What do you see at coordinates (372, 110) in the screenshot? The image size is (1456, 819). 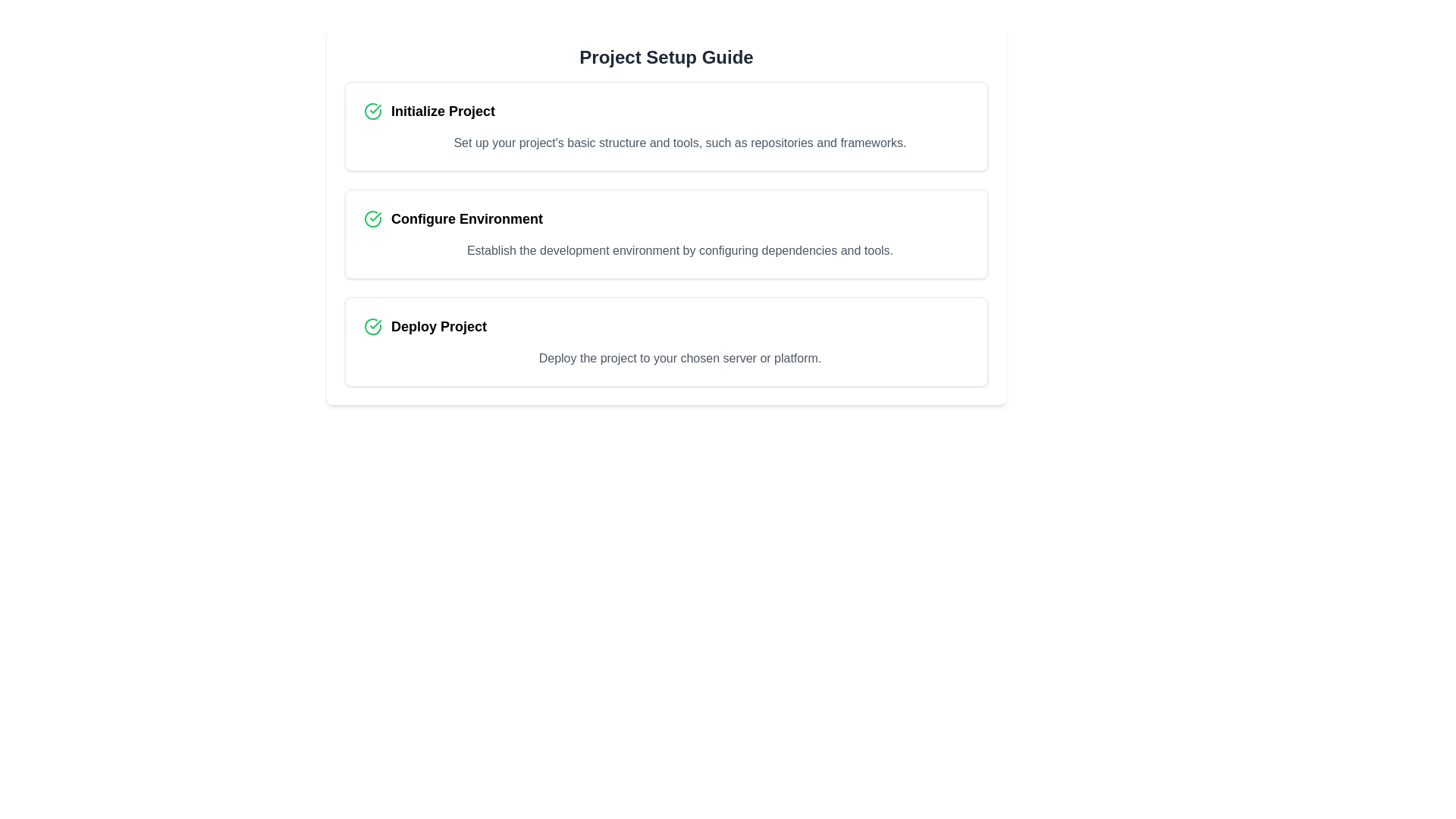 I see `the completion icon indicating the 'Initialize Project' process, located to the left of the text 'Initialize Project'` at bounding box center [372, 110].